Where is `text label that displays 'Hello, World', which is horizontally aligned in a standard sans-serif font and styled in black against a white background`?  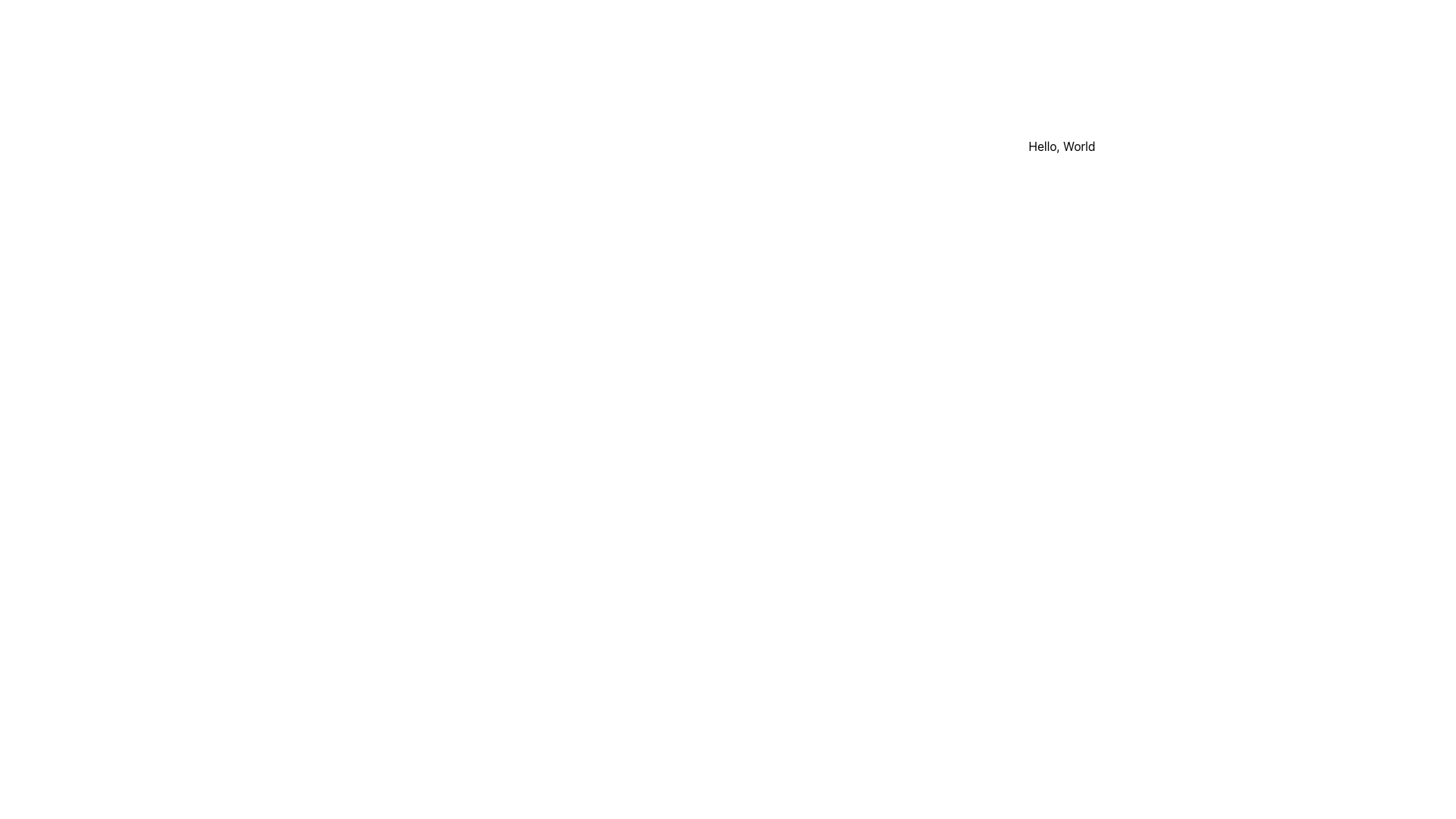
text label that displays 'Hello, World', which is horizontally aligned in a standard sans-serif font and styled in black against a white background is located at coordinates (1061, 146).